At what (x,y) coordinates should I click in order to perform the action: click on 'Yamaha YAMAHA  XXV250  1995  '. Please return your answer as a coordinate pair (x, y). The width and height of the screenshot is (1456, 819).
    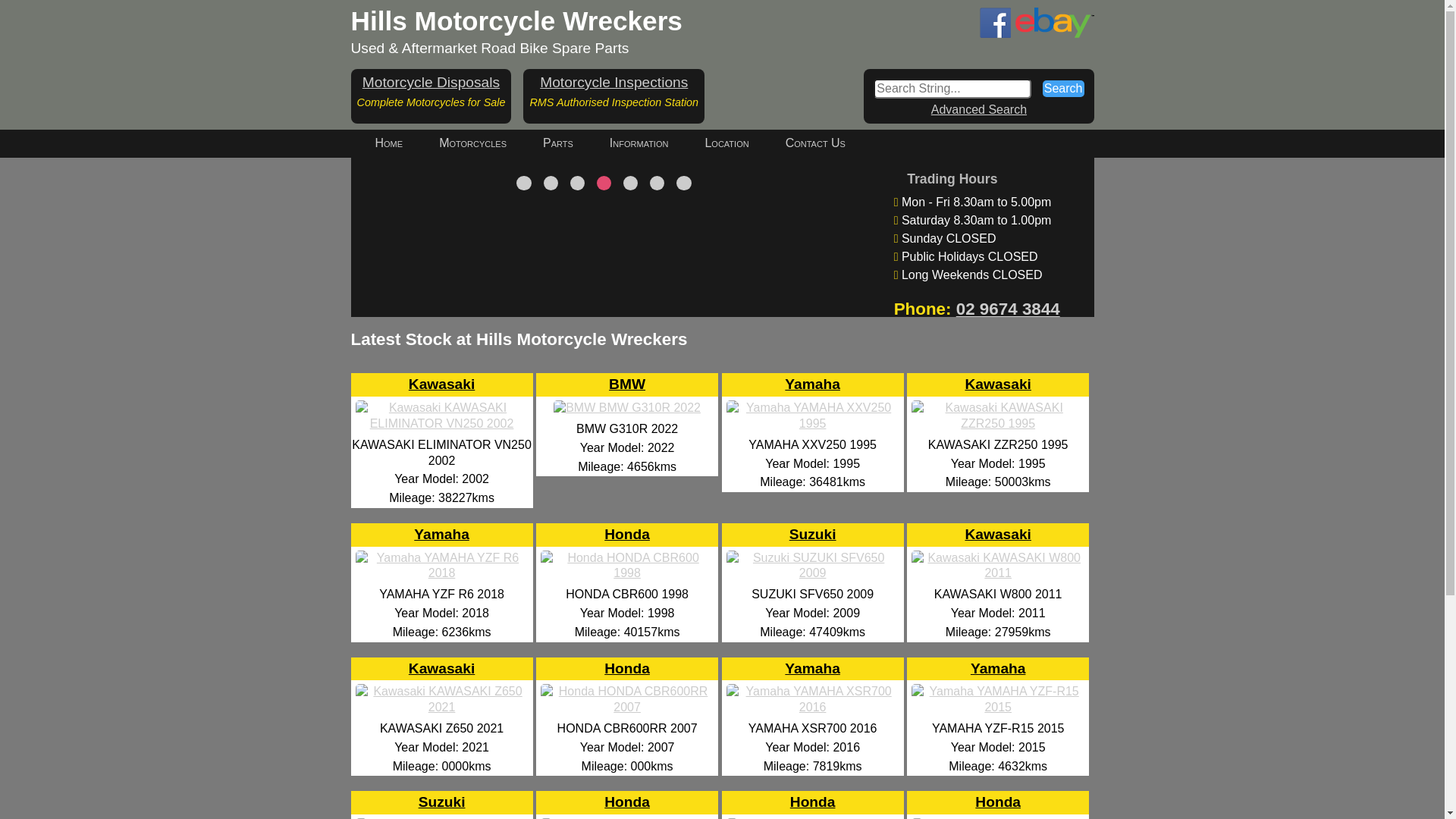
    Looking at the image, I should click on (811, 423).